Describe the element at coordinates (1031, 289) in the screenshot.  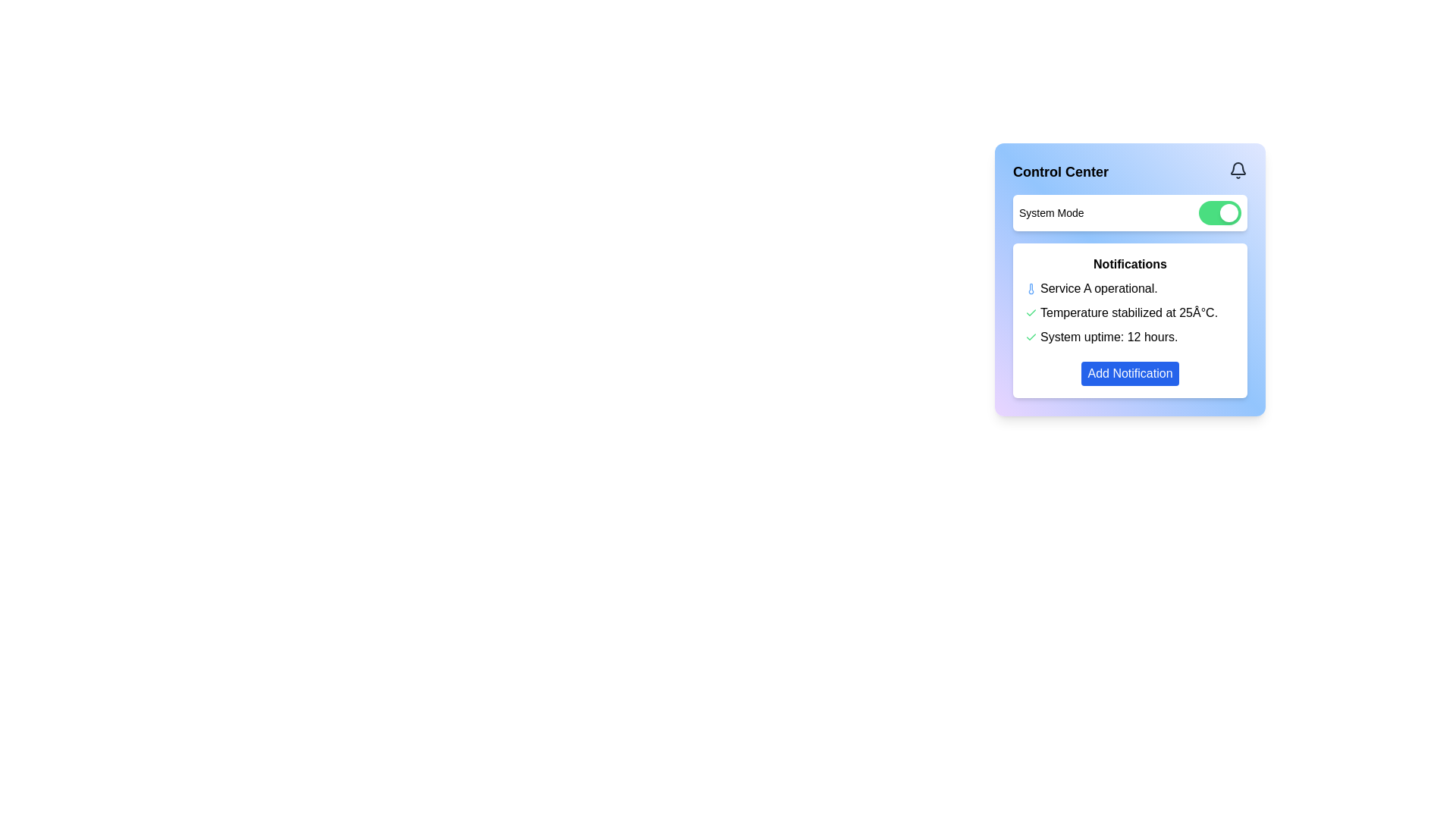
I see `the small blue thermometer-like icon located to the left of the text 'Service A operational.' in the Notifications section` at that location.